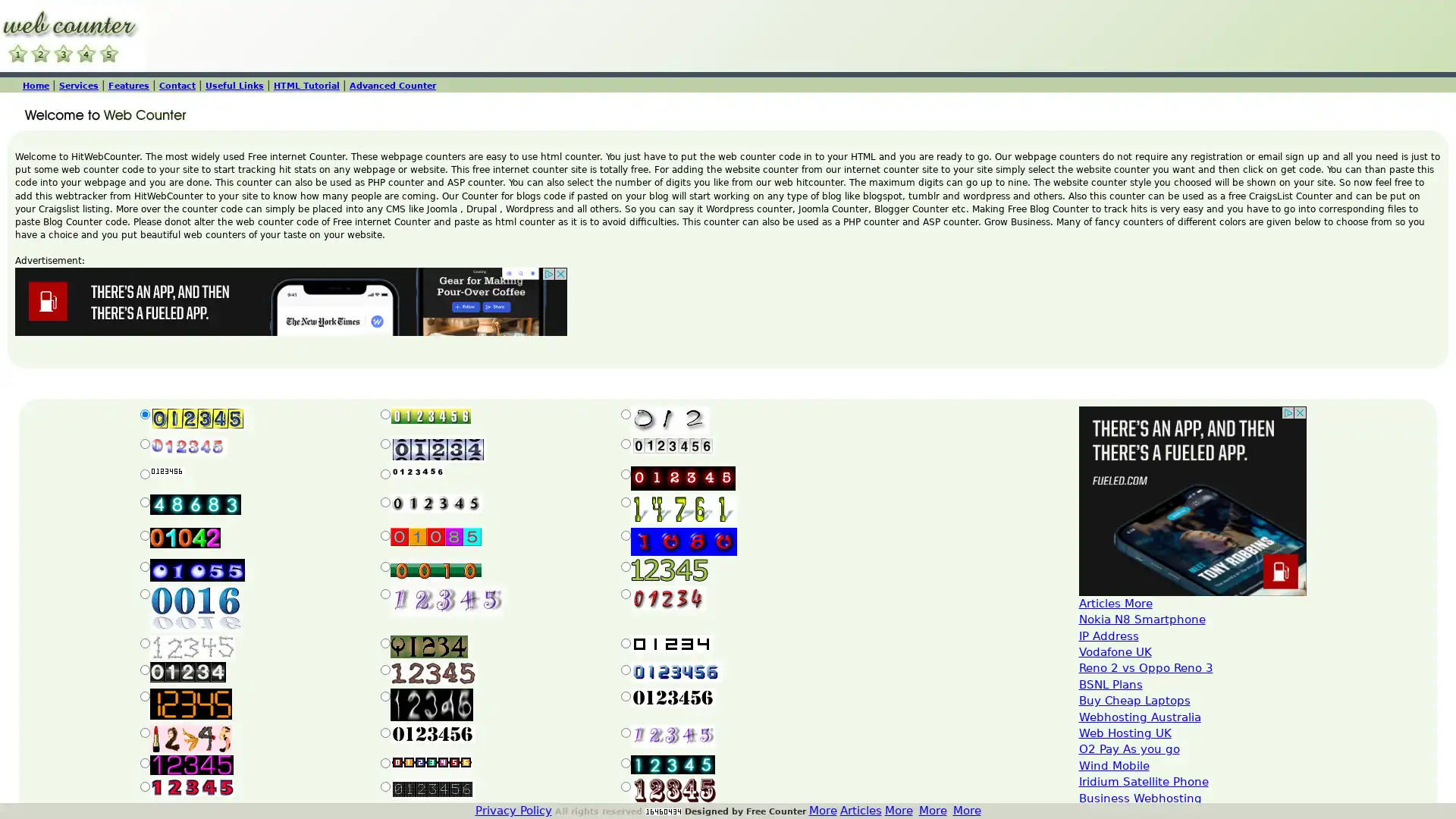  Describe the element at coordinates (671, 444) in the screenshot. I see `Submit` at that location.